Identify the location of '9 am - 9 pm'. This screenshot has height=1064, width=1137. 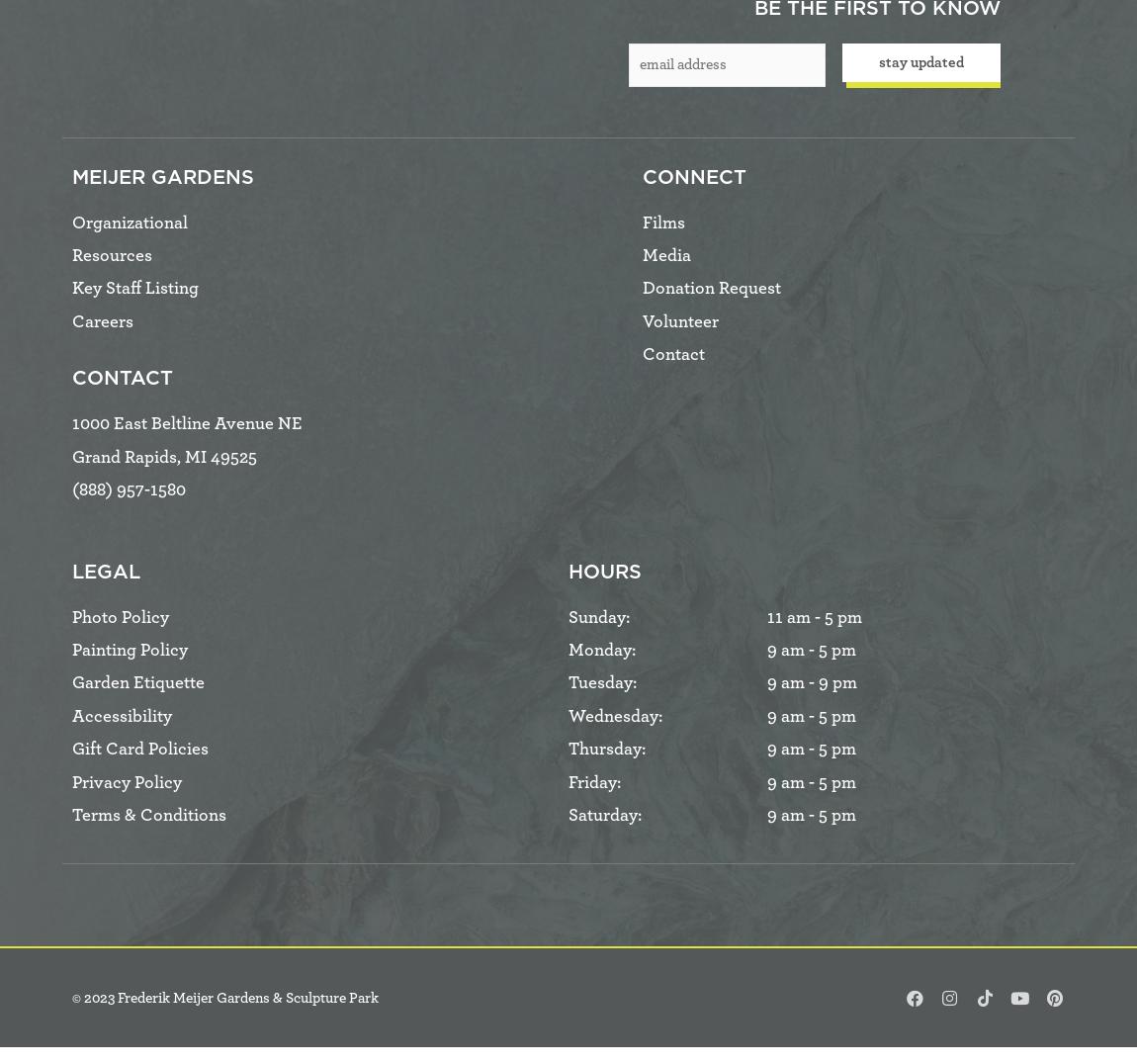
(811, 683).